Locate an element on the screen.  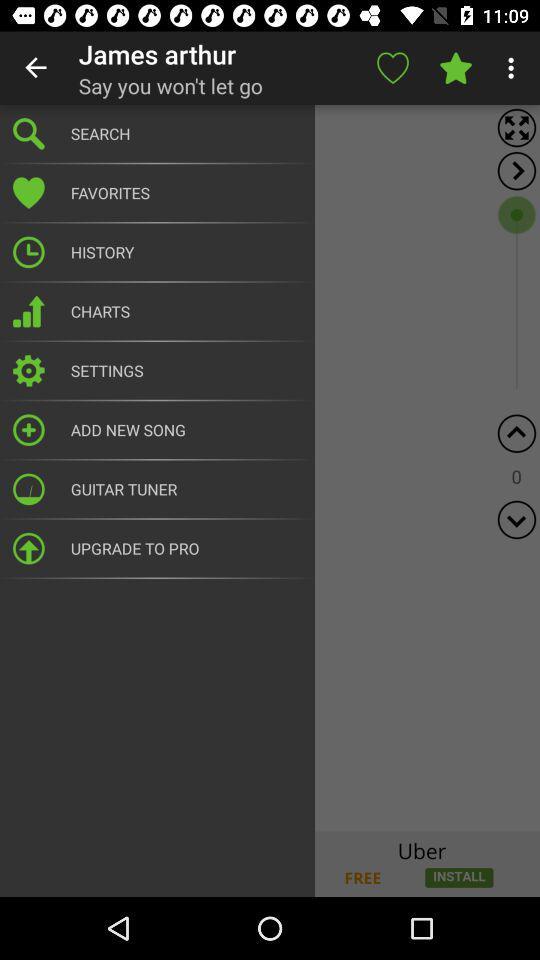
use the left menu to navigate the app is located at coordinates (270, 468).